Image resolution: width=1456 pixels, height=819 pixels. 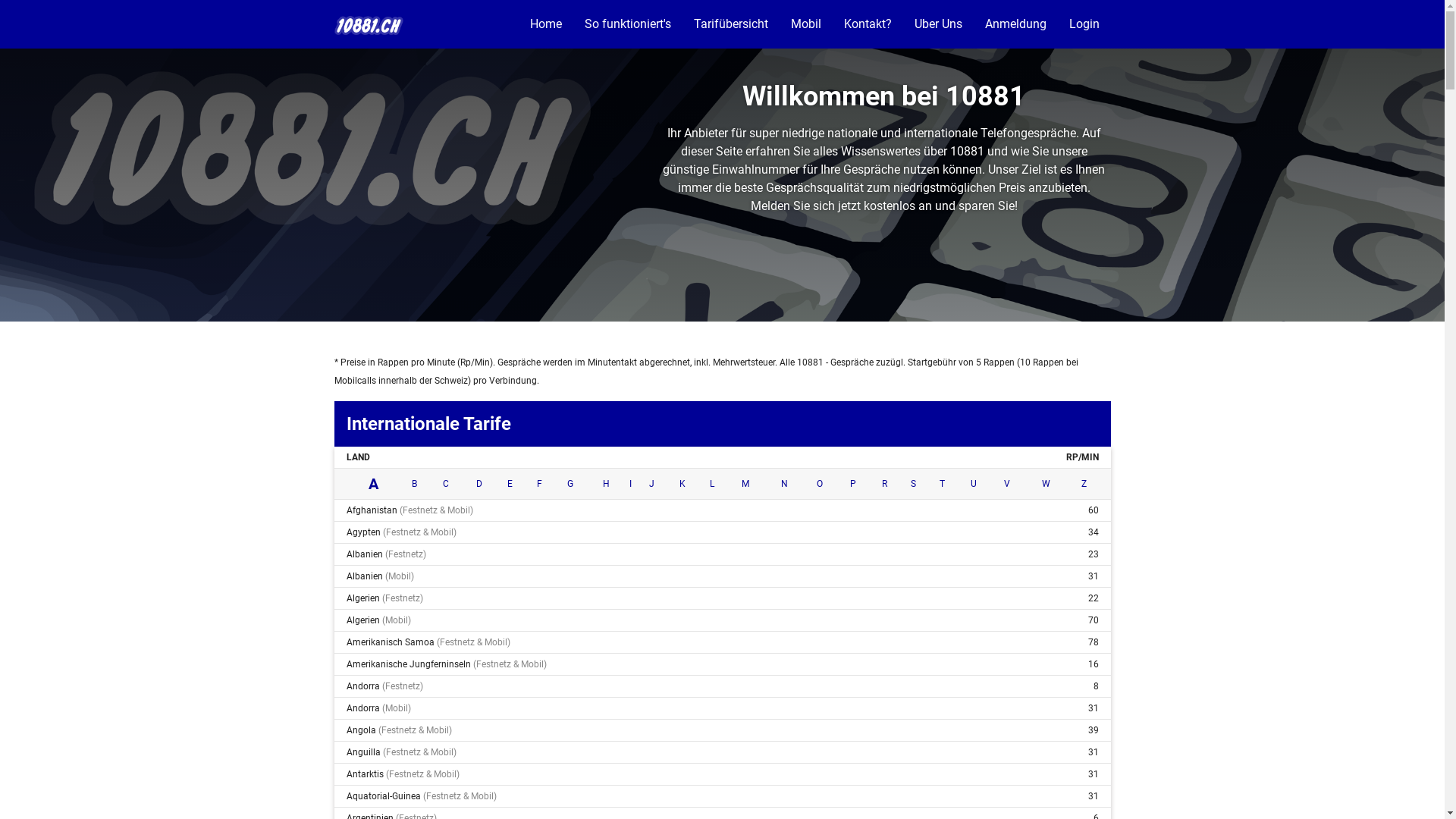 What do you see at coordinates (629, 483) in the screenshot?
I see `'I'` at bounding box center [629, 483].